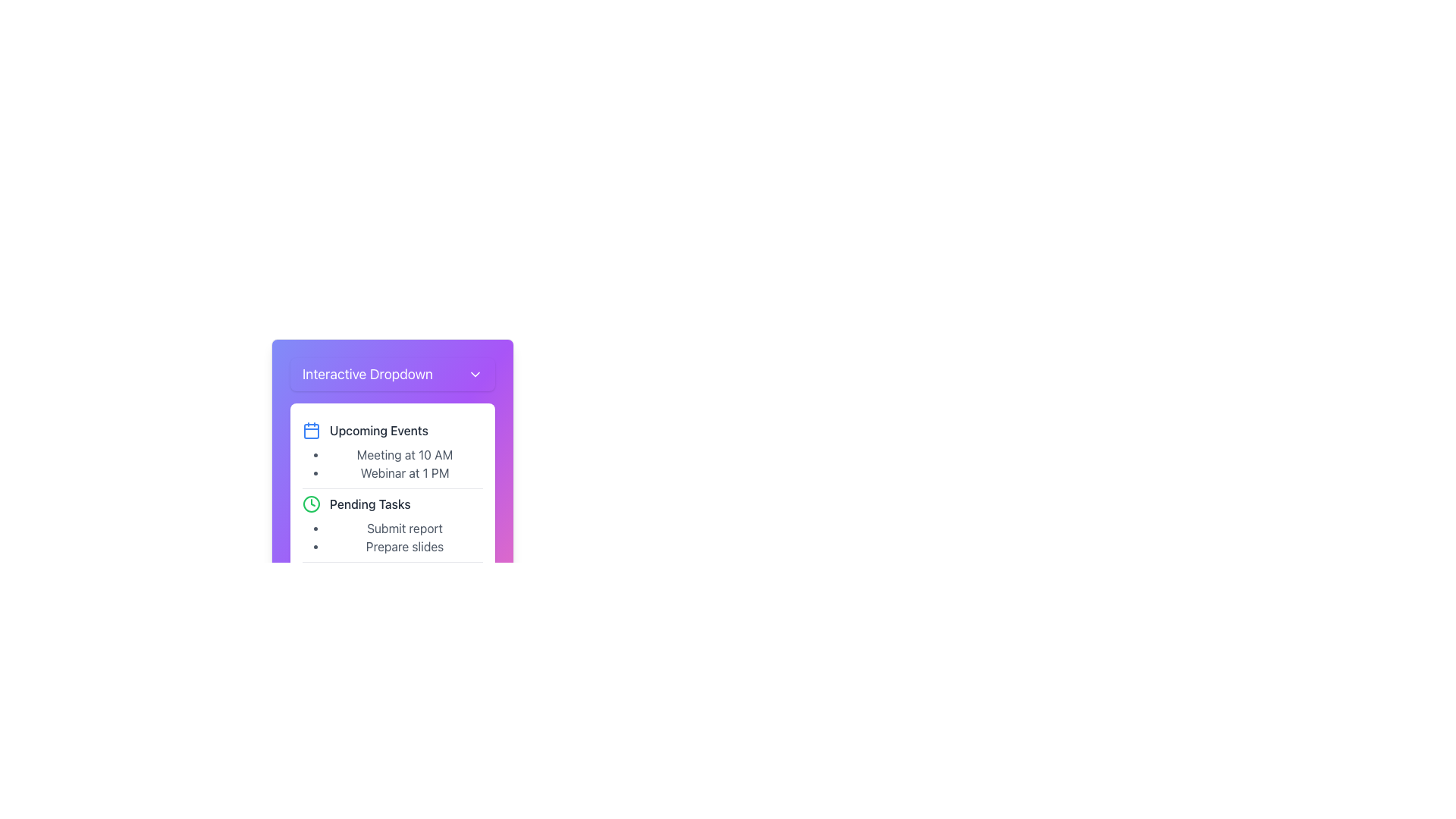  Describe the element at coordinates (311, 431) in the screenshot. I see `the decorative rectangle element that enhances the calendar icon and indicates events in the 'Upcoming Events' section by moving the cursor to its center point` at that location.